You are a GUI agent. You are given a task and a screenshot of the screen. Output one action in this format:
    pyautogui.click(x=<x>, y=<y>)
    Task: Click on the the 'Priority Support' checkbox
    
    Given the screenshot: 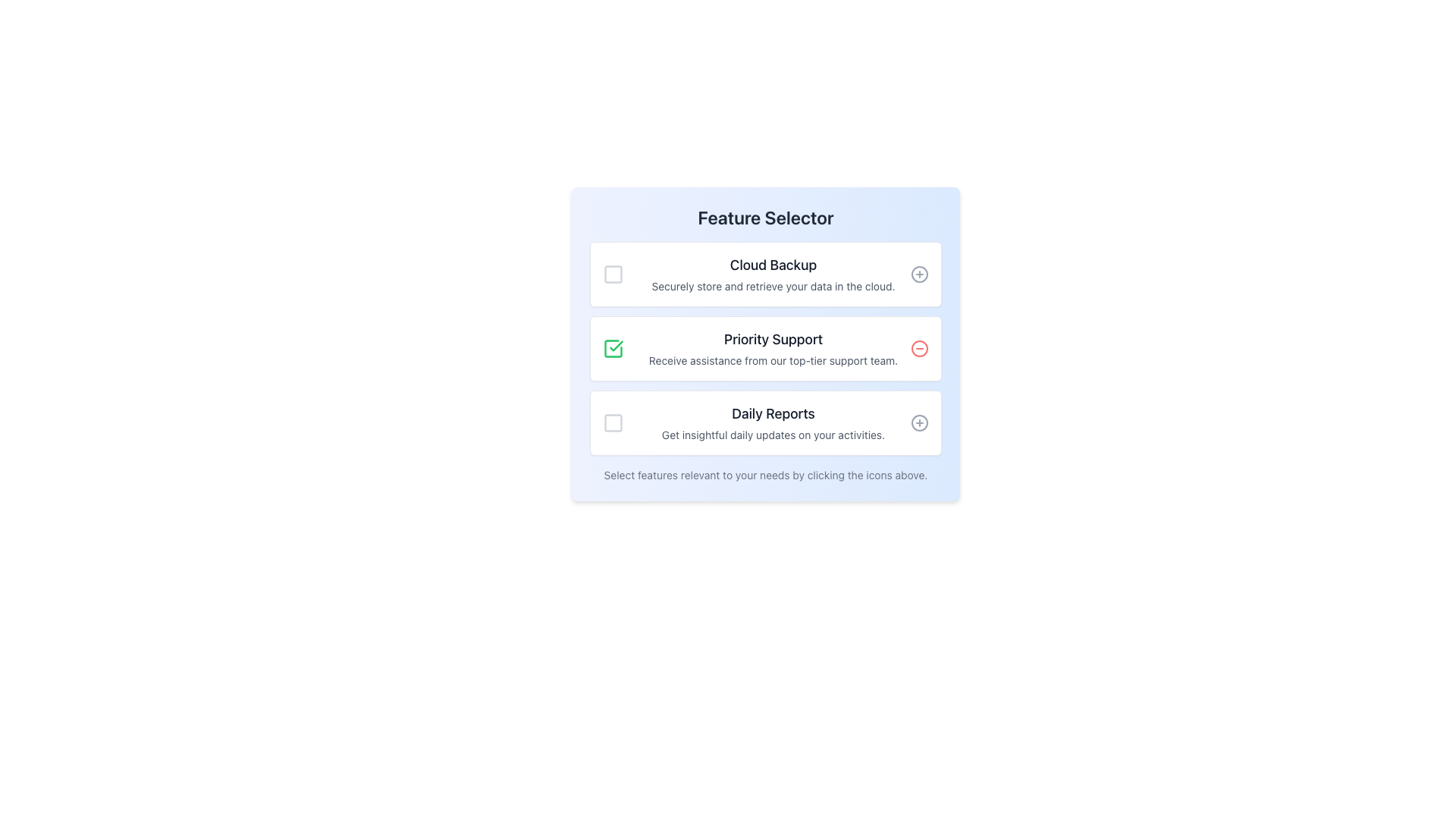 What is the action you would take?
    pyautogui.click(x=613, y=348)
    